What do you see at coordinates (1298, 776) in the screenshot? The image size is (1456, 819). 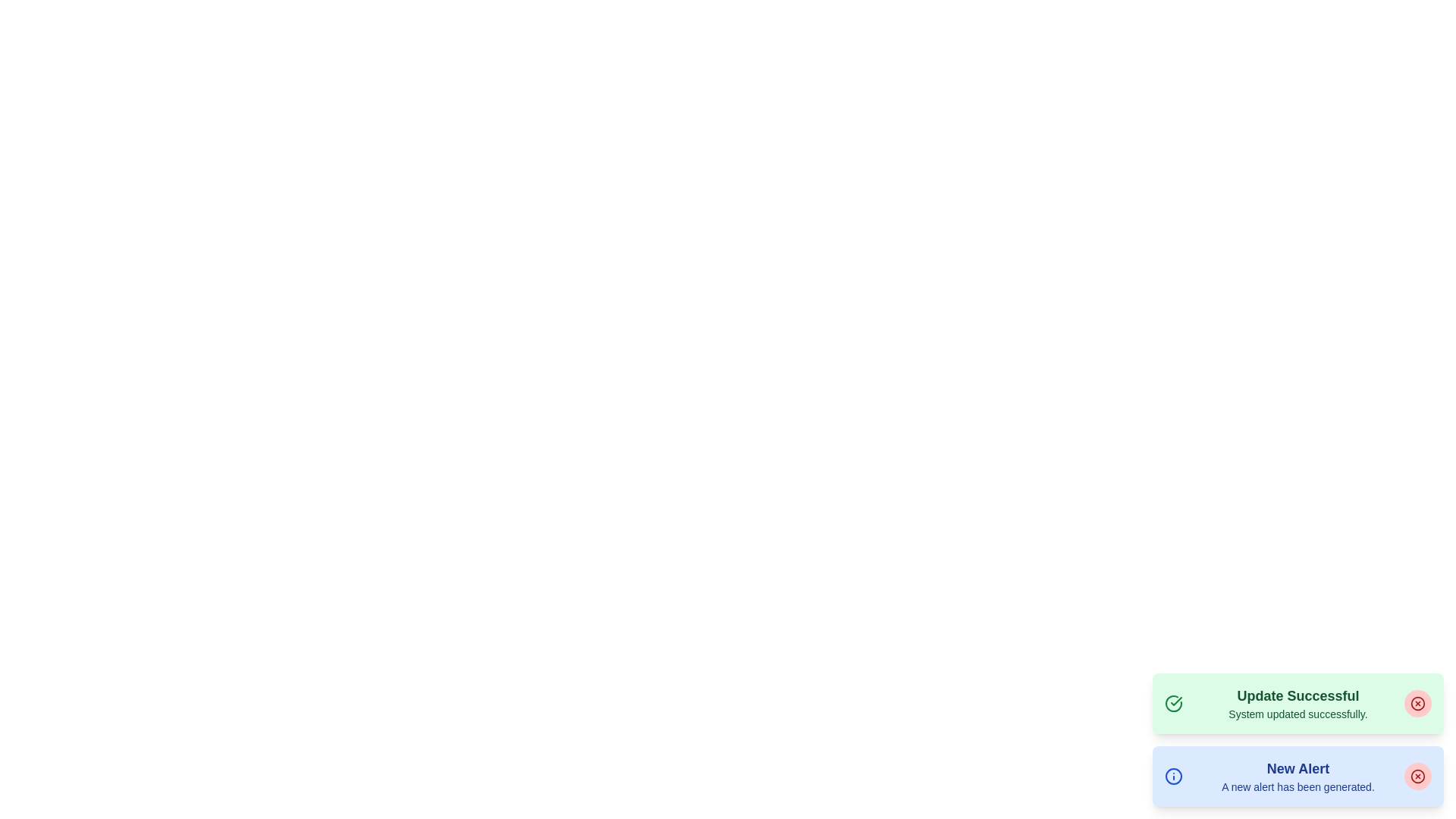 I see `the notification with title New Alert` at bounding box center [1298, 776].